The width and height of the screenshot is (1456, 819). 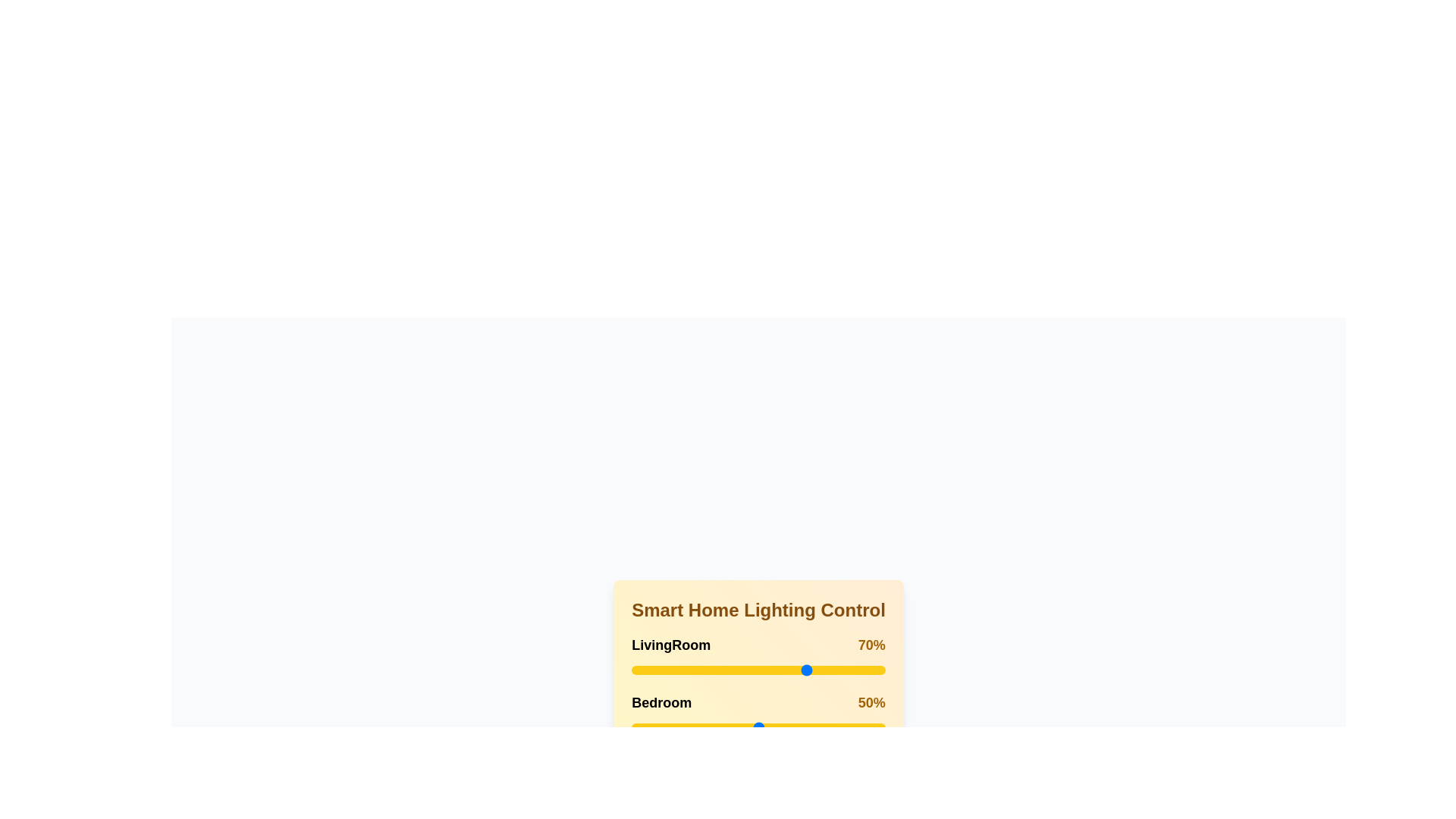 I want to click on bedroom light intensity, so click(x=709, y=727).